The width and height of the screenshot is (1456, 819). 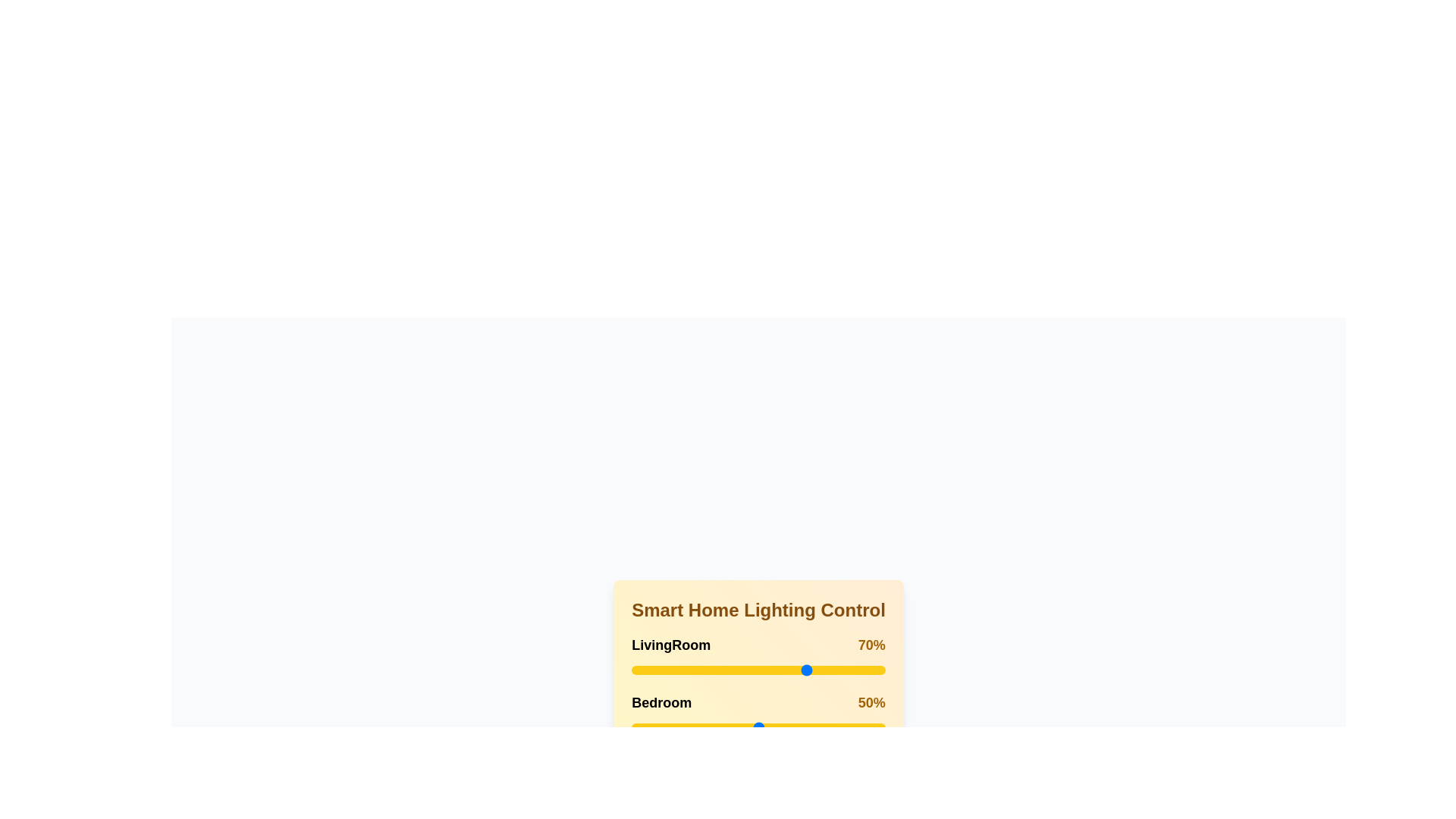 I want to click on bedroom light intensity, so click(x=709, y=727).